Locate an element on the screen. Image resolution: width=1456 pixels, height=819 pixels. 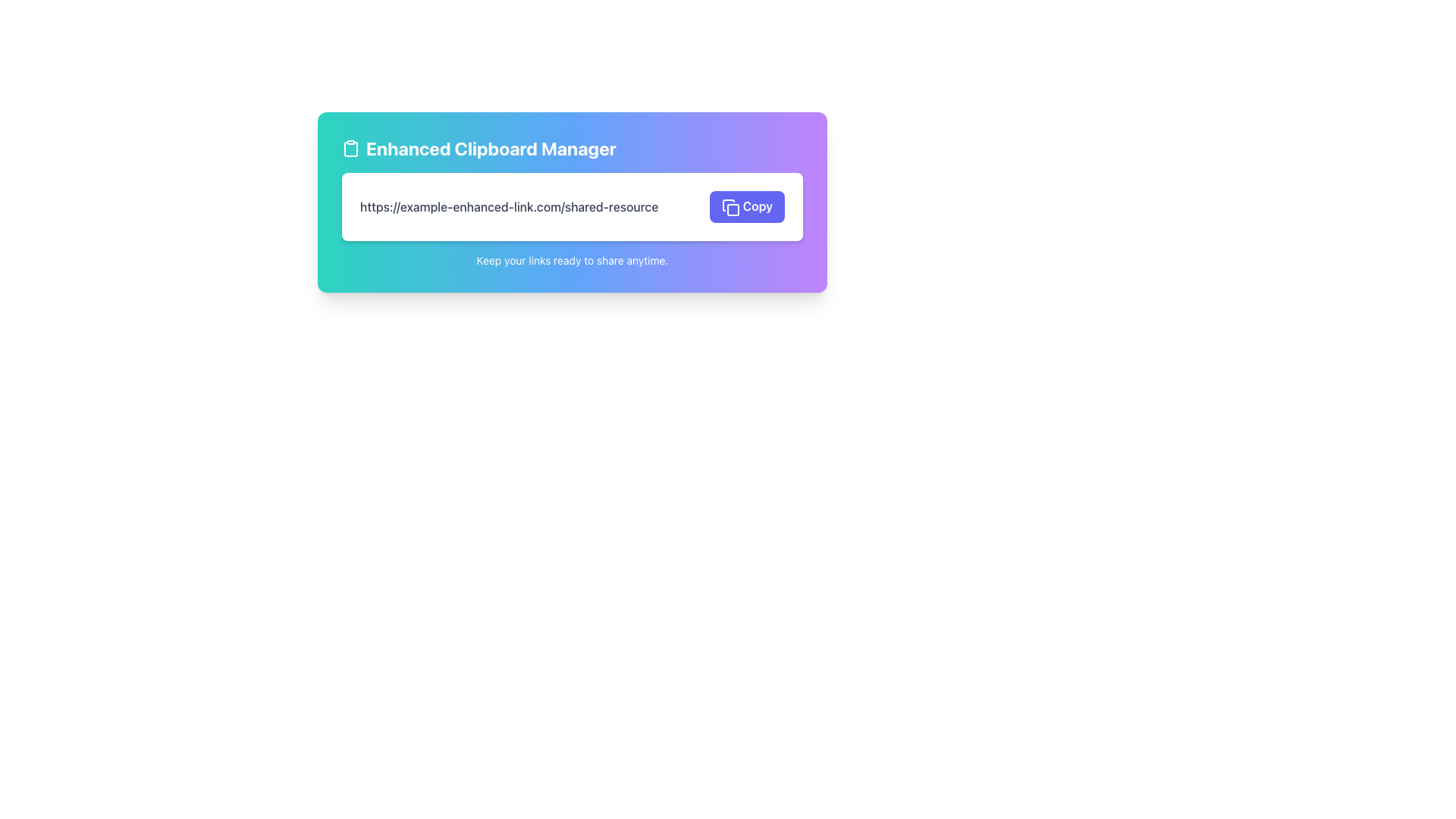
the 'Copy' icon located on the rightmost side of the URL input field, which indicates the 'Copy' functionality is located at coordinates (730, 207).